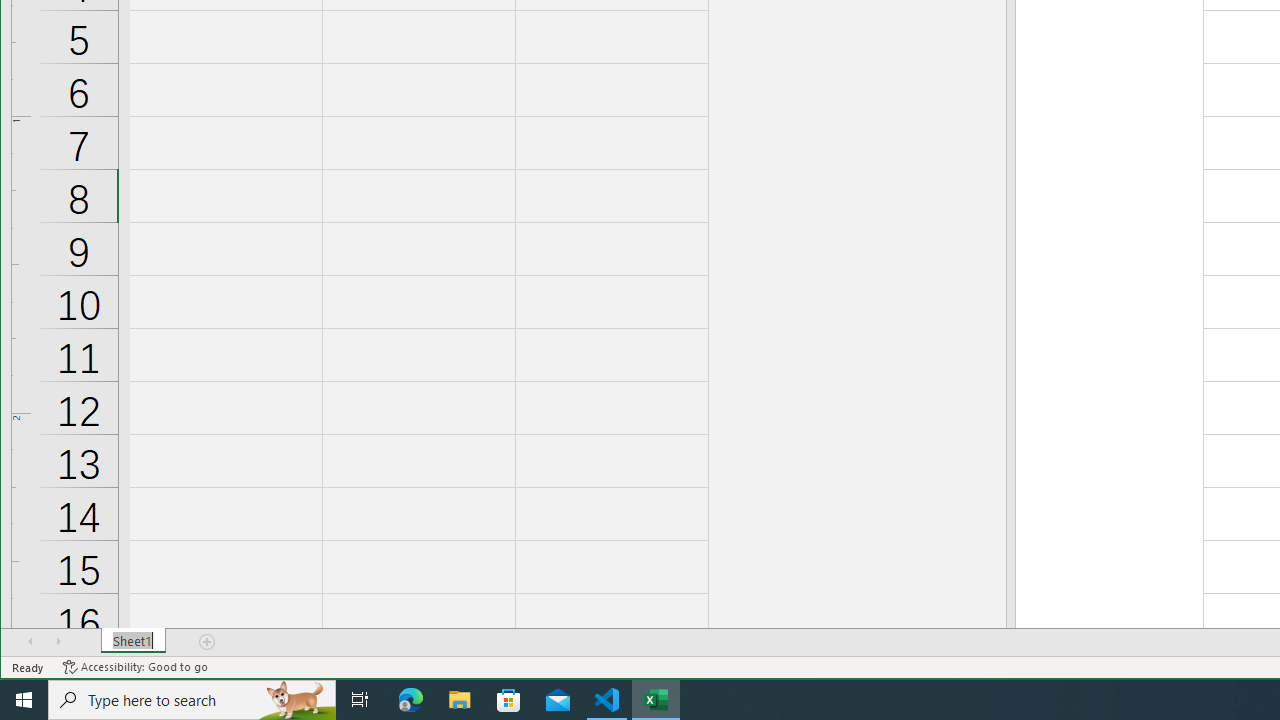 This screenshot has width=1280, height=720. I want to click on 'Search highlights icon opens search home window', so click(294, 698).